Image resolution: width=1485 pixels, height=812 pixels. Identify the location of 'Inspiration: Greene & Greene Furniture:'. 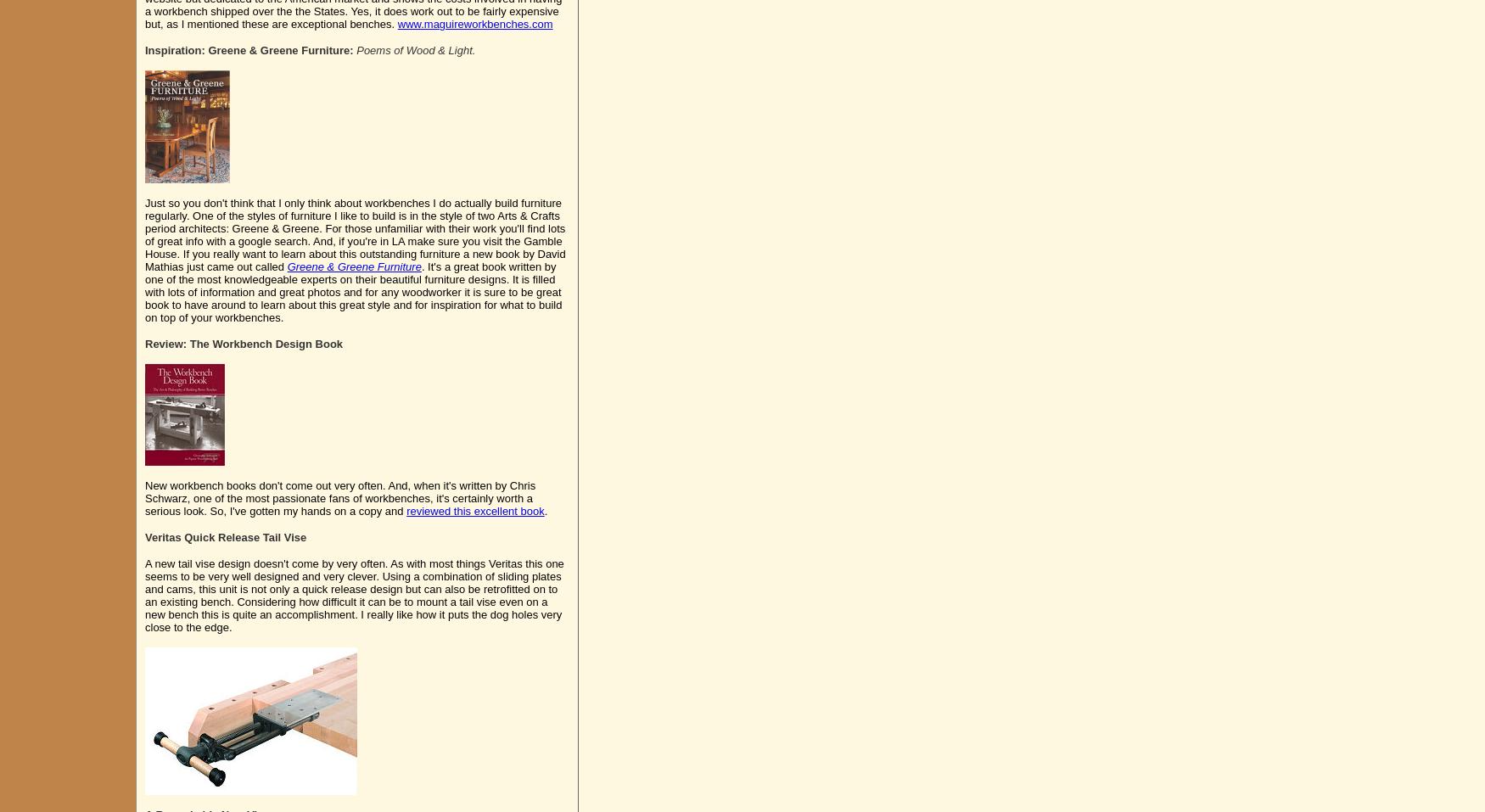
(249, 49).